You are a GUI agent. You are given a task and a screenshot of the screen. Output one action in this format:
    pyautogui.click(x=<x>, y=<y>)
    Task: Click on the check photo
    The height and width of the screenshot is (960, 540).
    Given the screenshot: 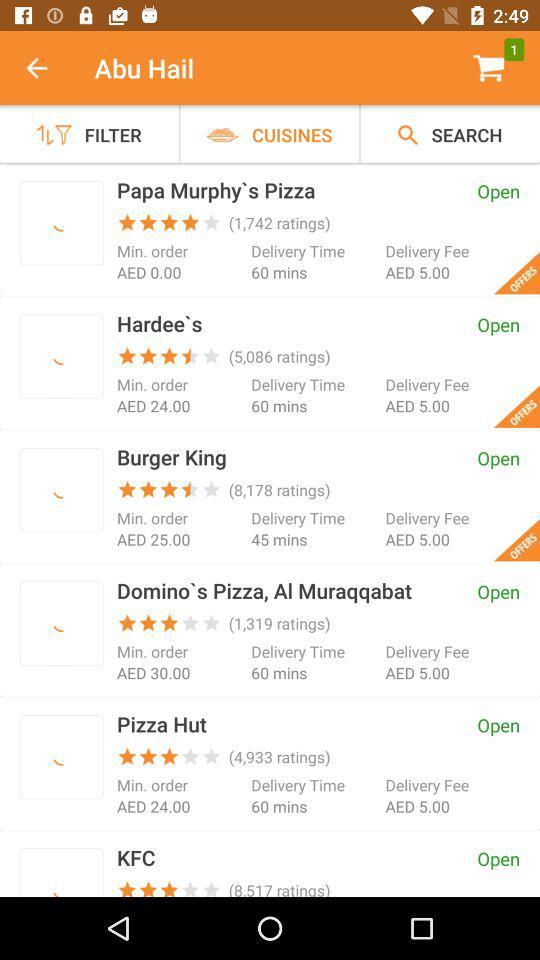 What is the action you would take?
    pyautogui.click(x=61, y=356)
    